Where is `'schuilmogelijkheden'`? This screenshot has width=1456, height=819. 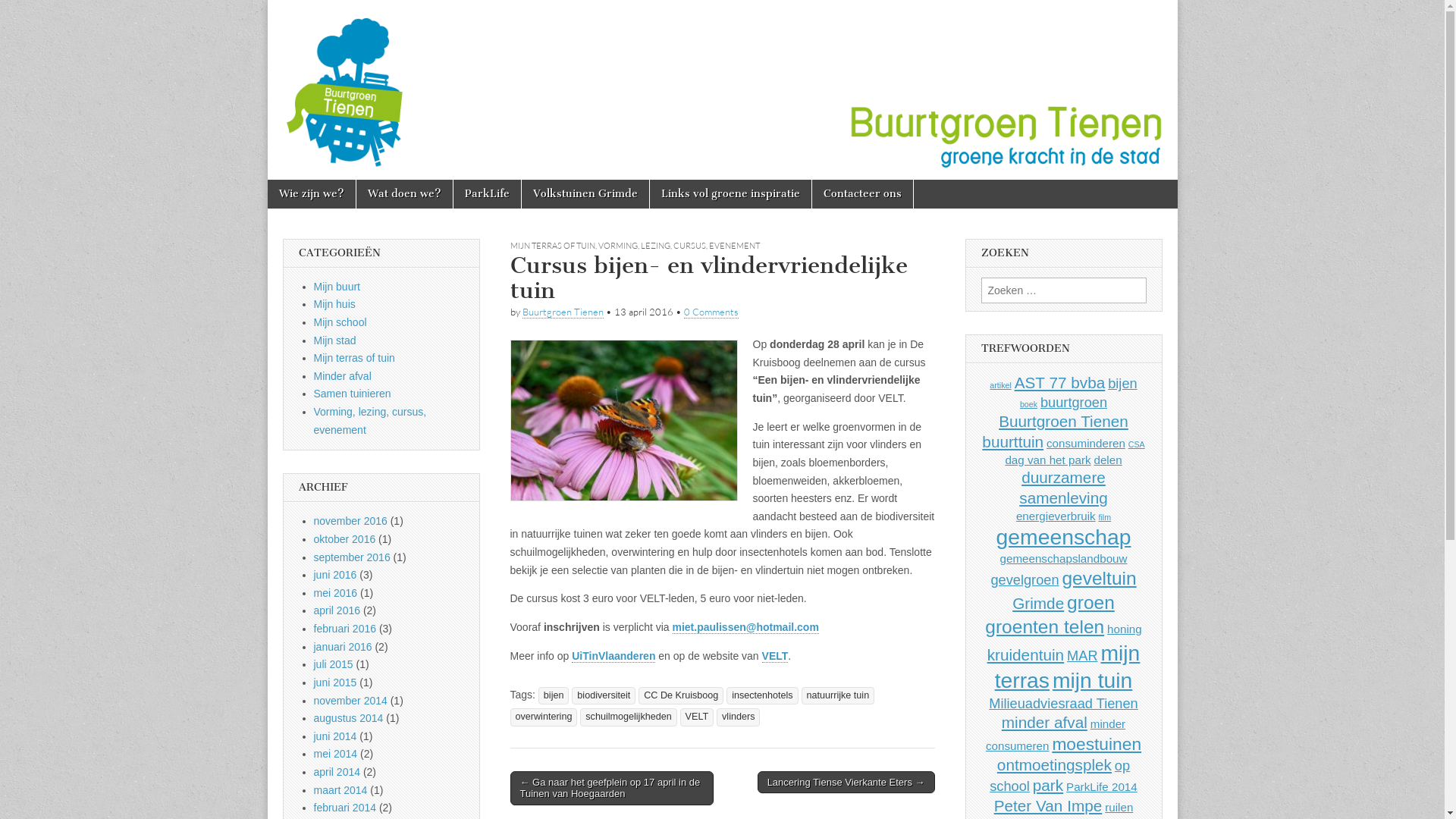 'schuilmogelijkheden' is located at coordinates (628, 717).